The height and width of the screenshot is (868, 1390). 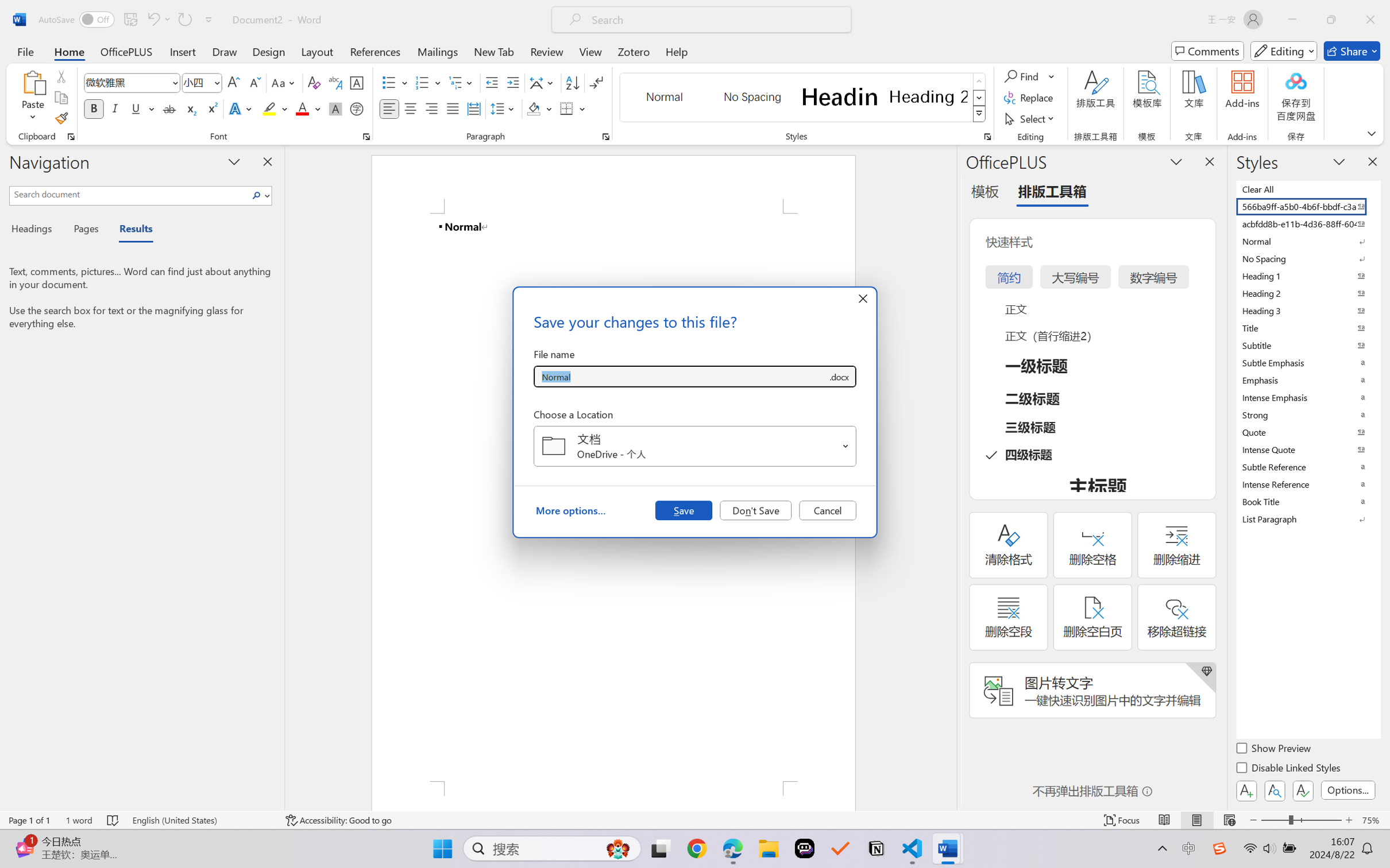 I want to click on 'Align Right', so click(x=432, y=108).